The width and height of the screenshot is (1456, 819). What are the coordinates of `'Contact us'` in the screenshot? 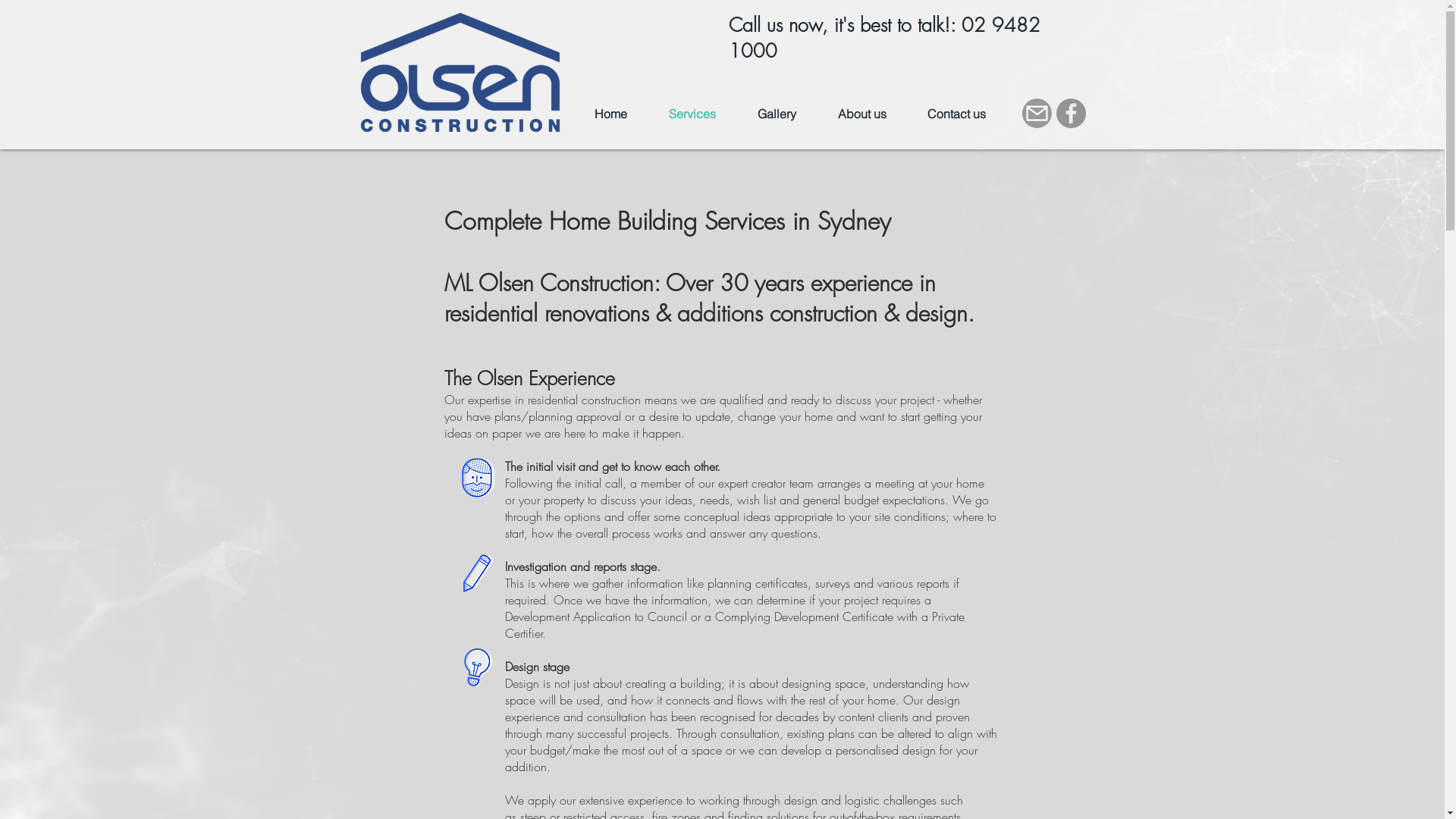 It's located at (906, 113).